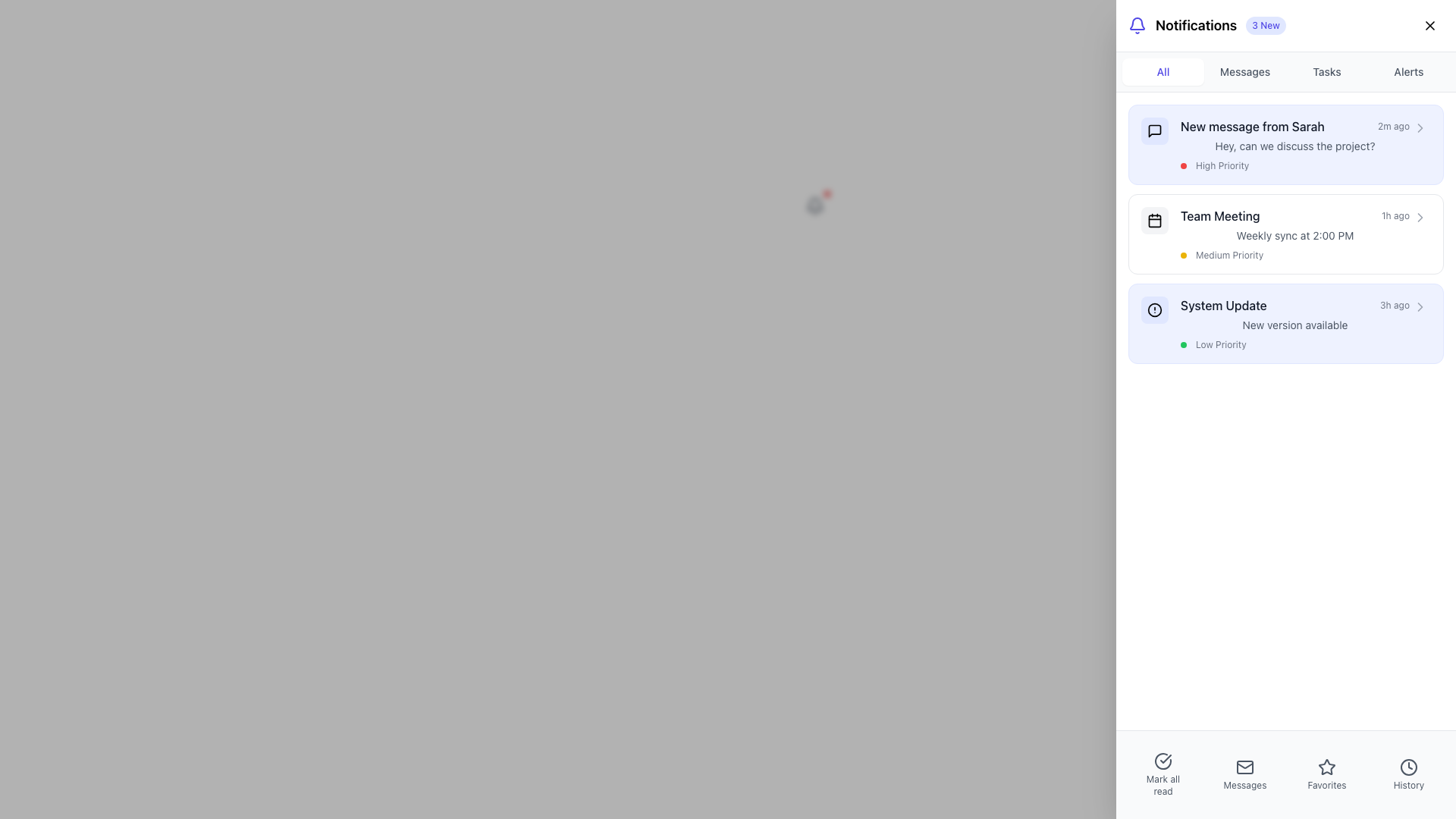  What do you see at coordinates (1419, 307) in the screenshot?
I see `the SVG icon button resembling a rightward chevron located at the far-right side of the 'System Update' notification item that indicates navigation or expansion` at bounding box center [1419, 307].